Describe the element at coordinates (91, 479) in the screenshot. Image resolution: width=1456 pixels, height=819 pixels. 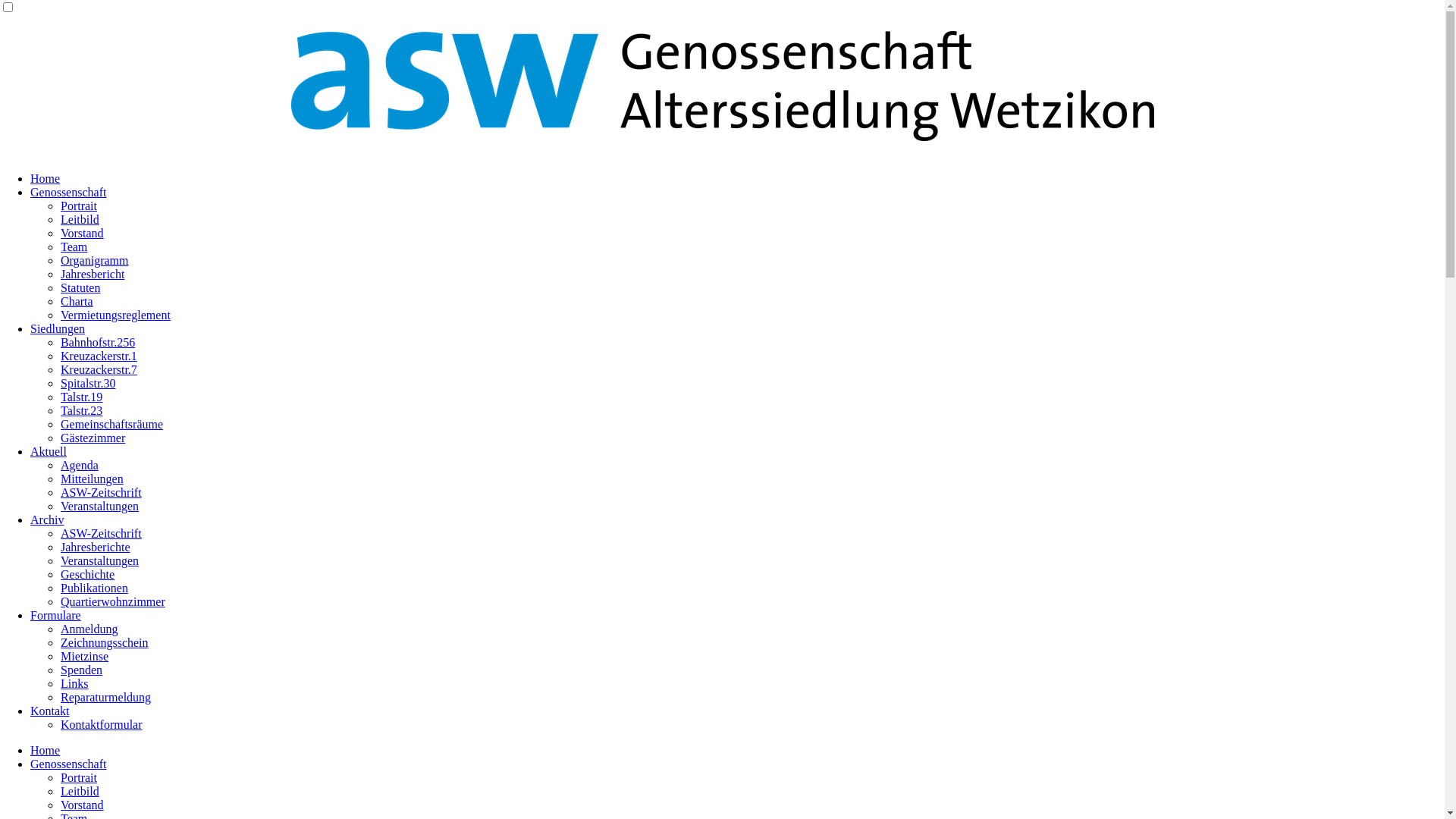
I see `'Mitteilungen'` at that location.